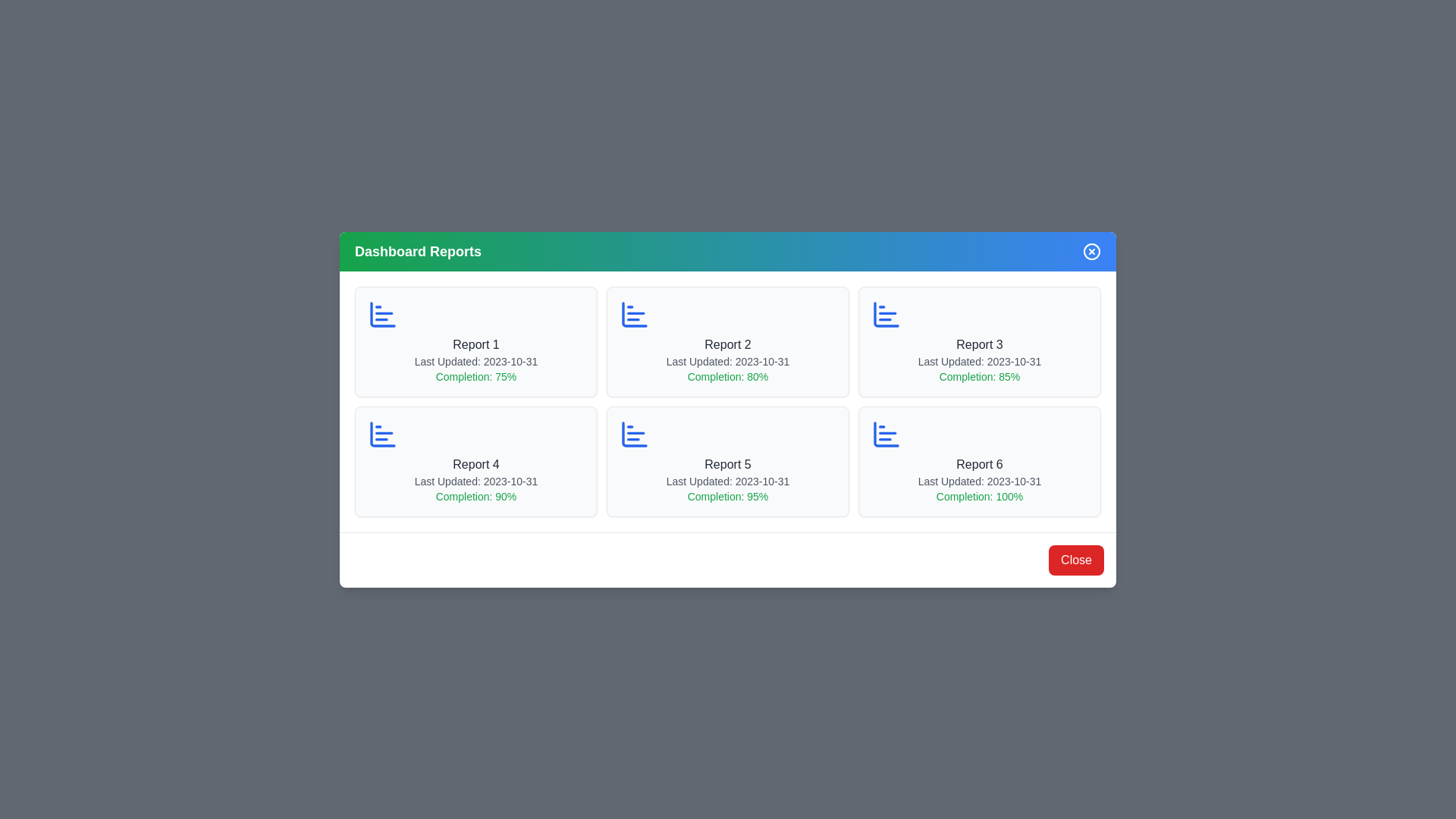  I want to click on red 'Close' button at the footer of the dialog, so click(1075, 560).